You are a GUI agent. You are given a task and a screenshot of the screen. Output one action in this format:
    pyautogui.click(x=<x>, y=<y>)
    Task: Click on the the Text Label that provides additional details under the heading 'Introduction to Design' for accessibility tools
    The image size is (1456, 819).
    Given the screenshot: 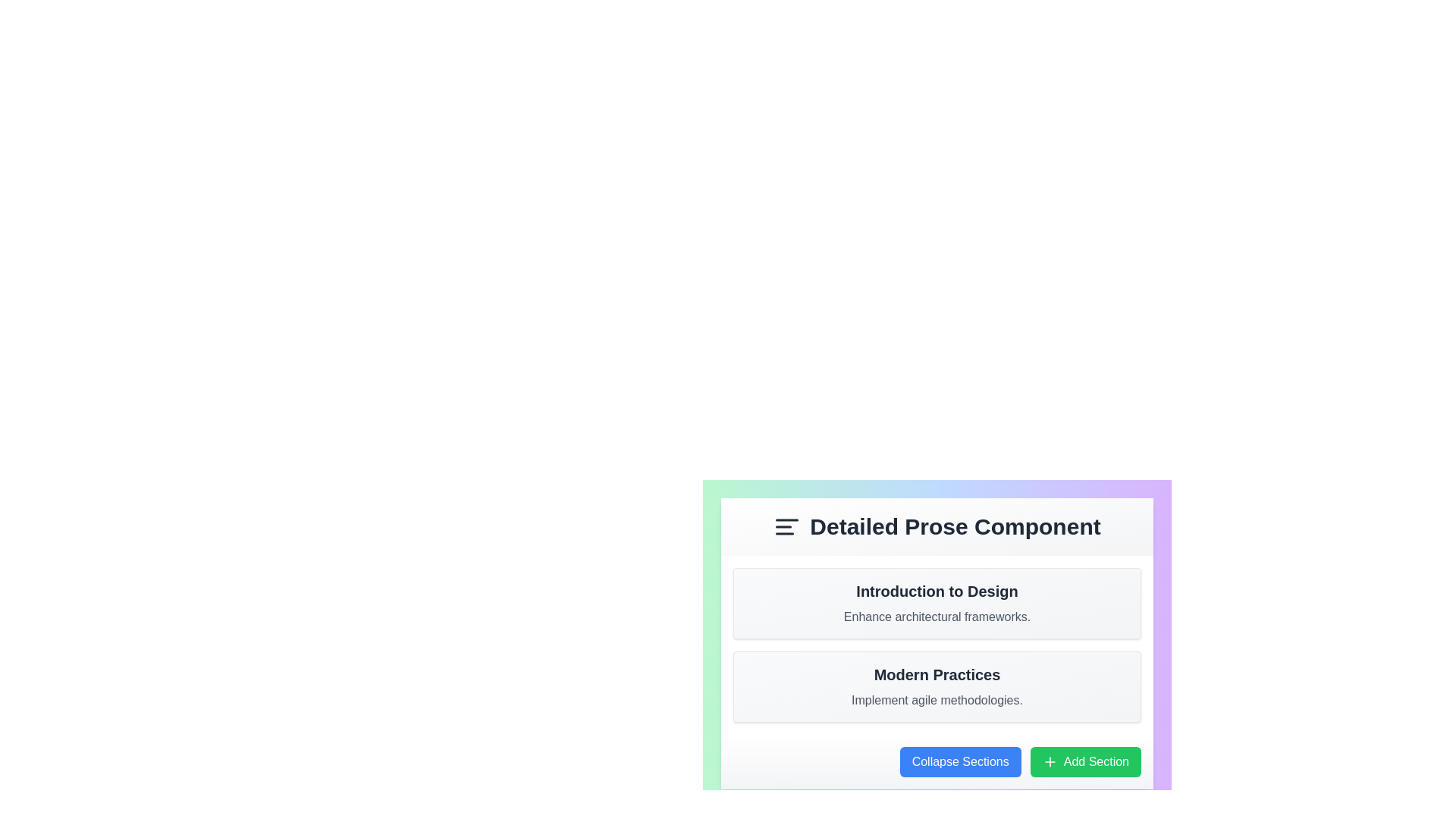 What is the action you would take?
    pyautogui.click(x=937, y=617)
    